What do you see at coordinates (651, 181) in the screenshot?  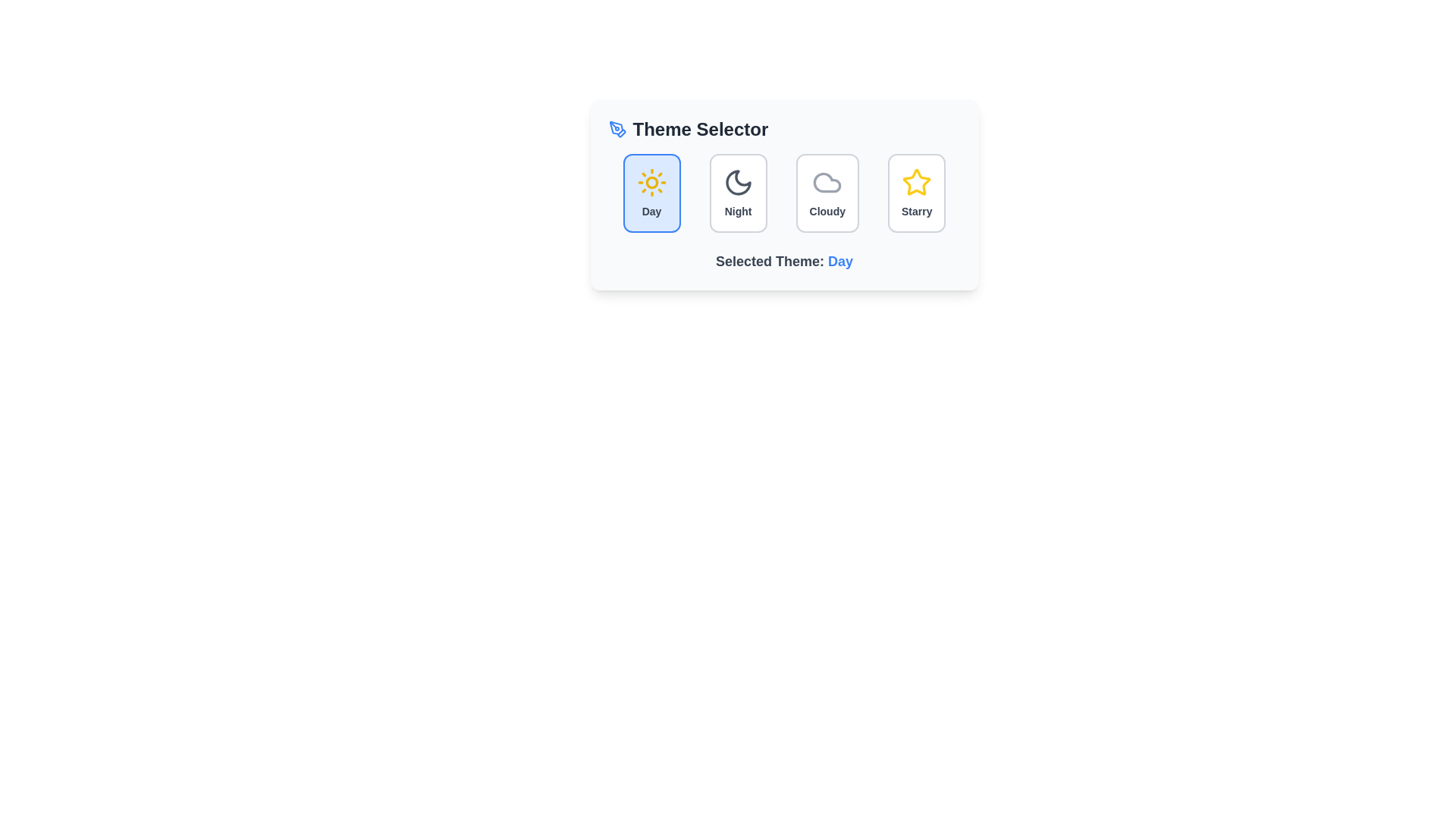 I see `the decorative icon representing the 'Day' theme, located at the center of the 'Day' button in the theme selection interface` at bounding box center [651, 181].